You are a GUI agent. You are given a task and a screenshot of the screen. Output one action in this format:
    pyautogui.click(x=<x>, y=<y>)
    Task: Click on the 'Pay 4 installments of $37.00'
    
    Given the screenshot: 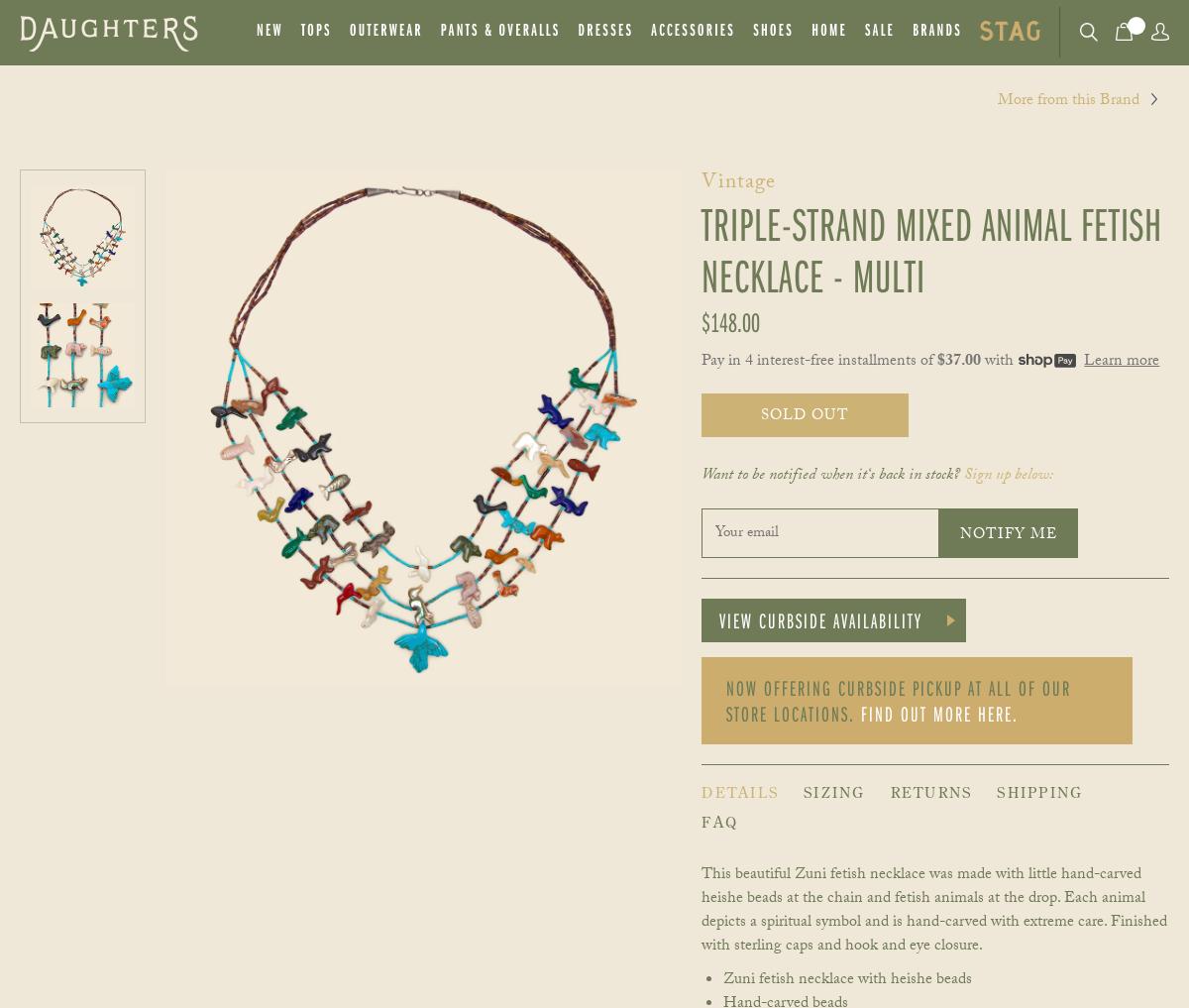 What is the action you would take?
    pyautogui.click(x=496, y=849)
    